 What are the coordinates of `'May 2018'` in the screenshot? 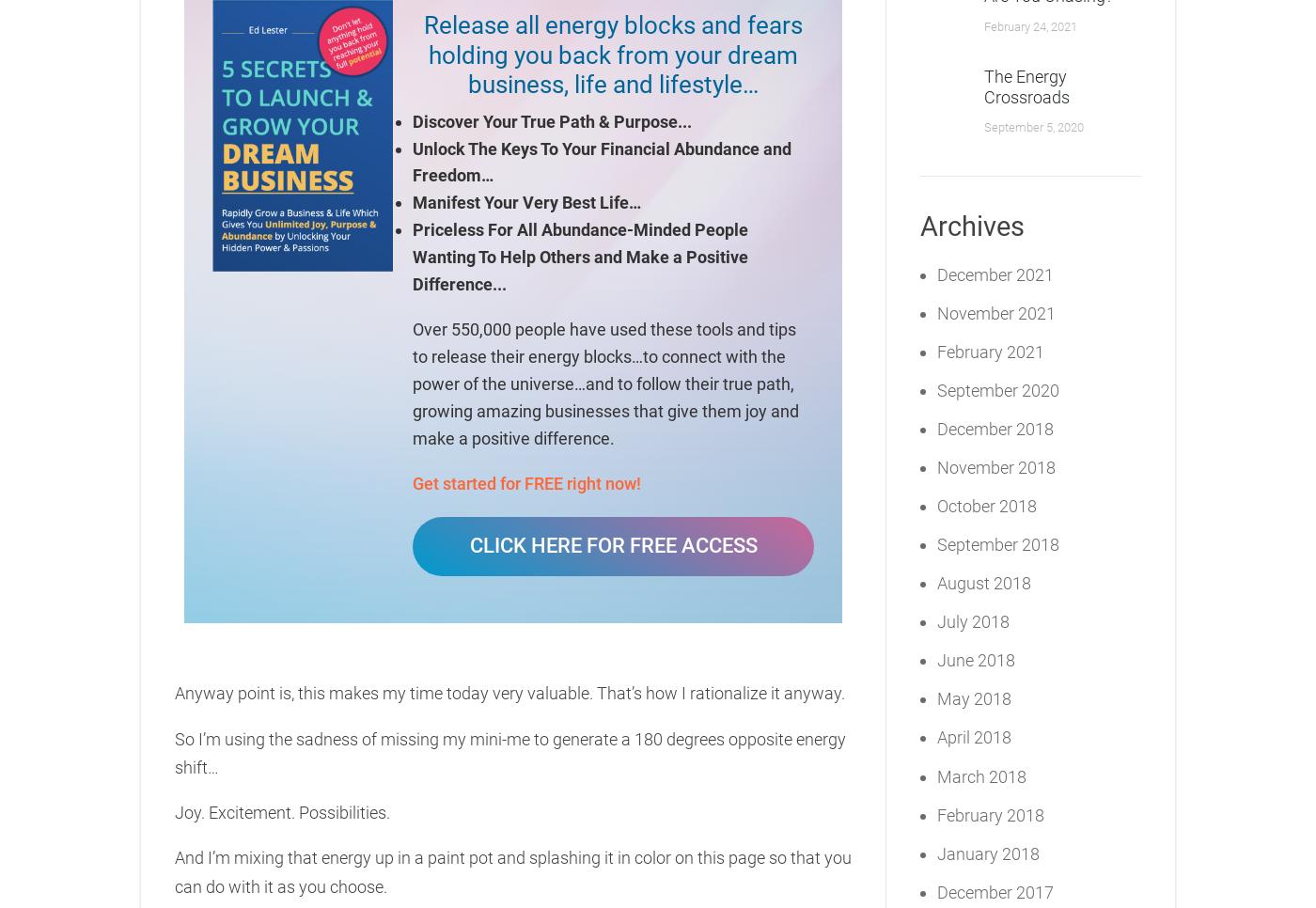 It's located at (974, 698).